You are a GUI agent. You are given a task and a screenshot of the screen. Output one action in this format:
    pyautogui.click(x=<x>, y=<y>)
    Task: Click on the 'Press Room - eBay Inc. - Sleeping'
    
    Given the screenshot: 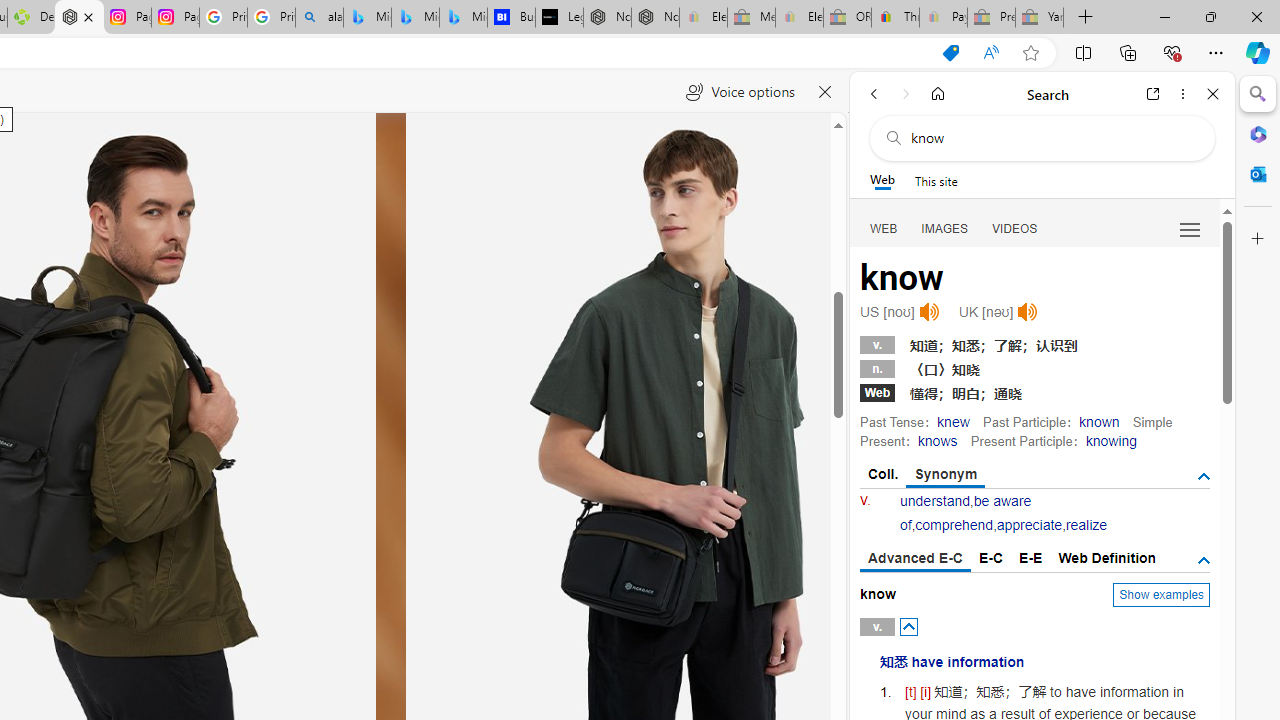 What is the action you would take?
    pyautogui.click(x=991, y=17)
    